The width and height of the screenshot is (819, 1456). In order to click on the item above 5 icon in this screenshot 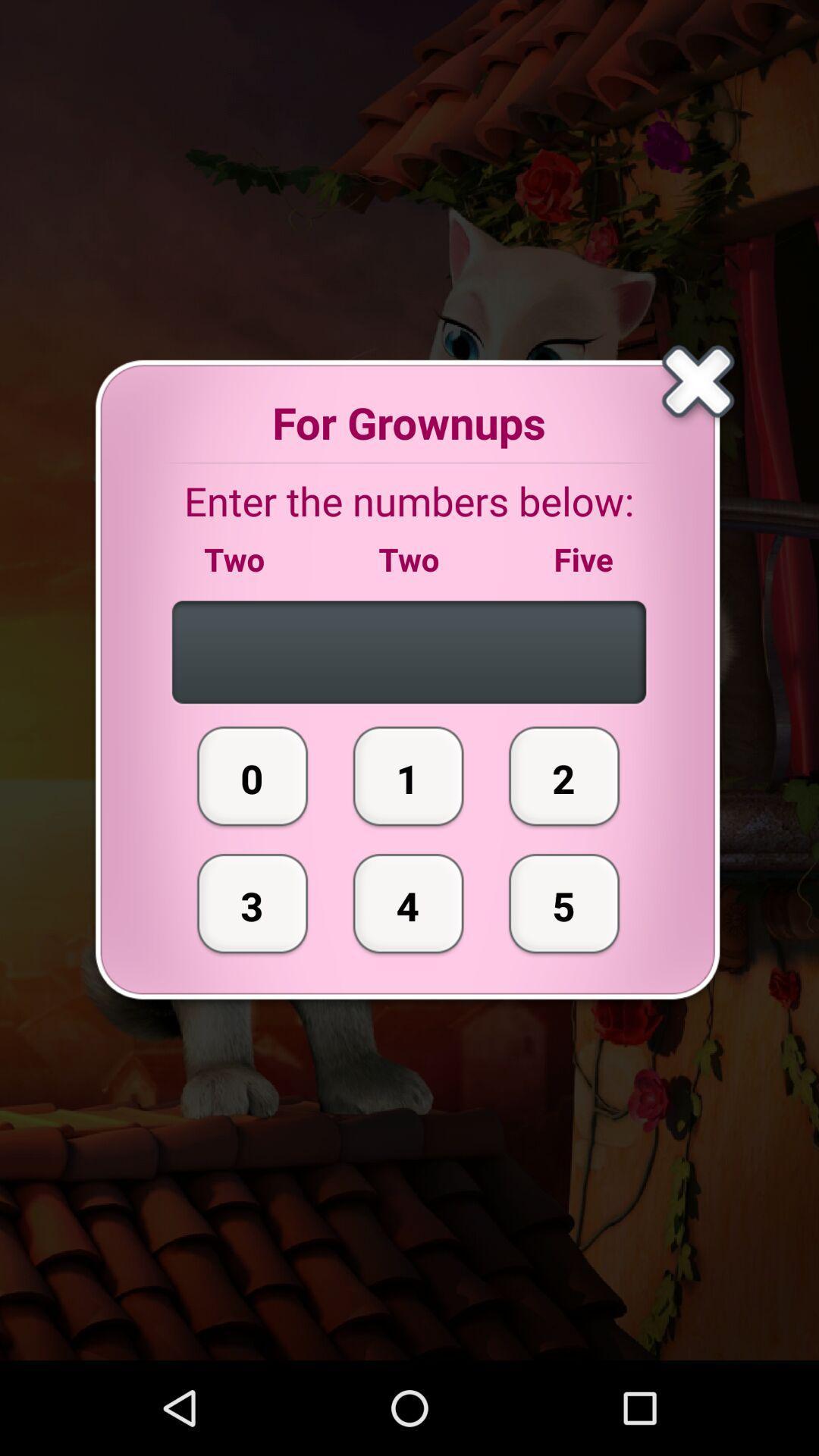, I will do `click(564, 776)`.